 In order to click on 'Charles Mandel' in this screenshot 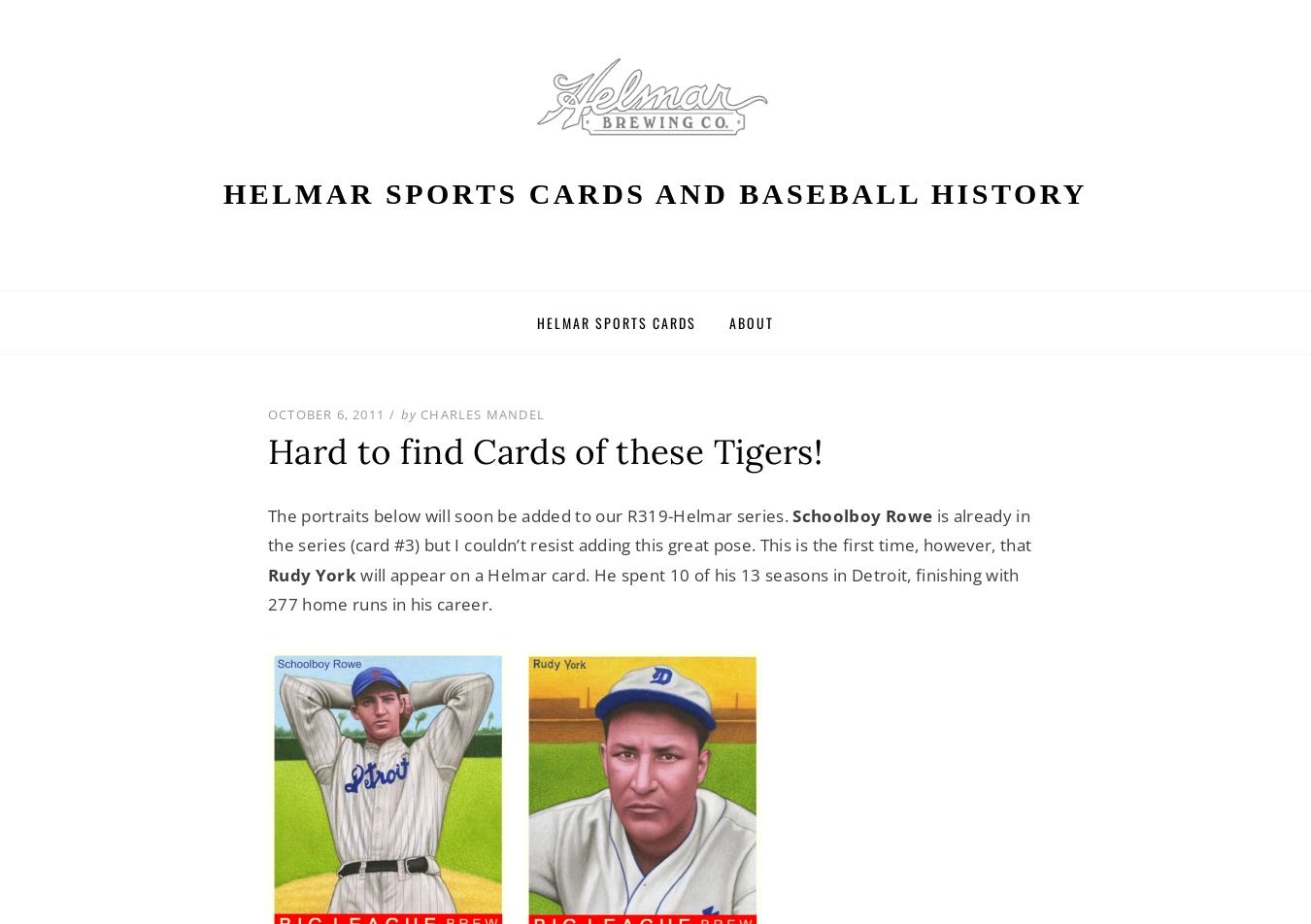, I will do `click(481, 413)`.